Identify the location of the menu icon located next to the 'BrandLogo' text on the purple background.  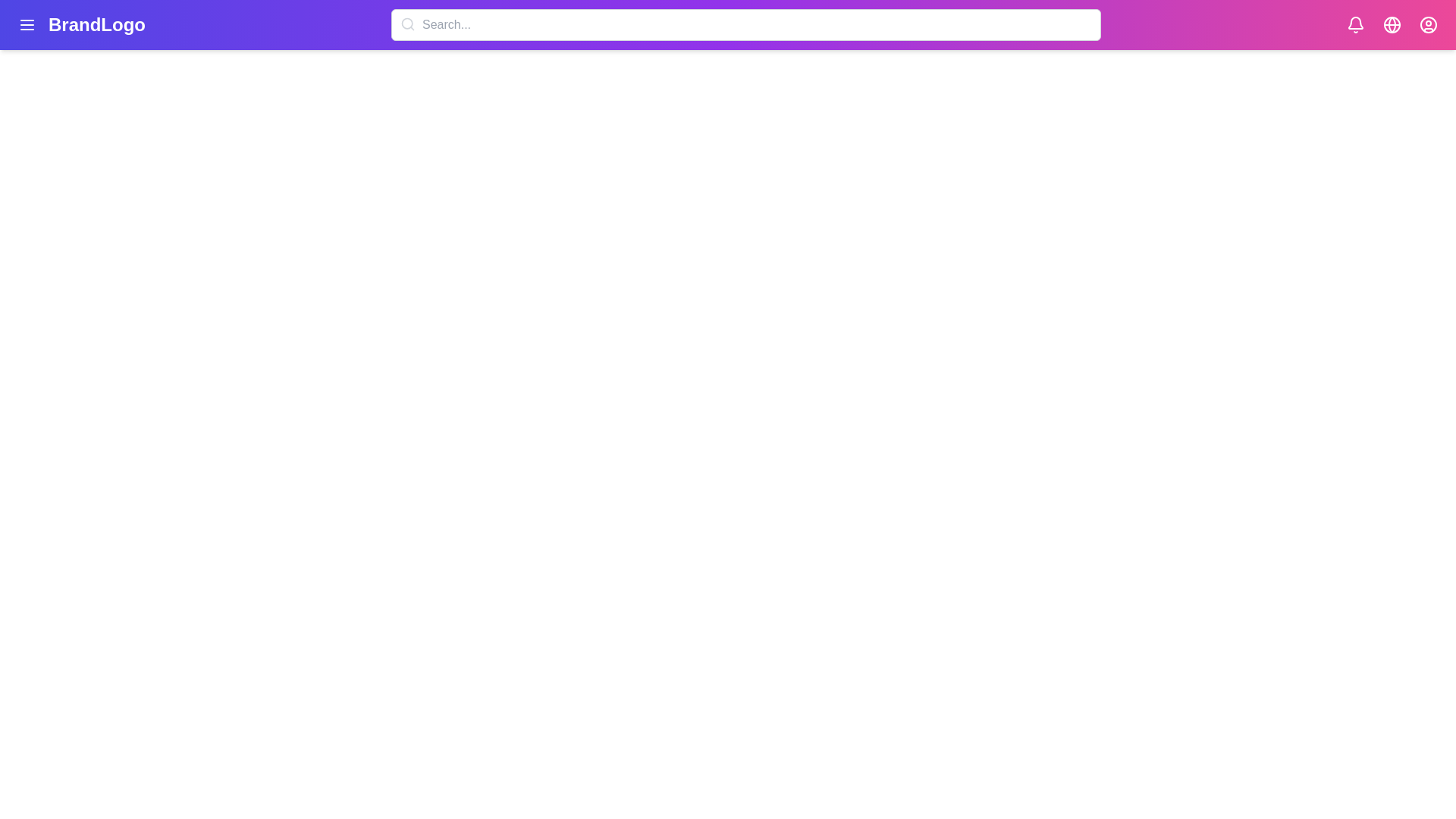
(80, 25).